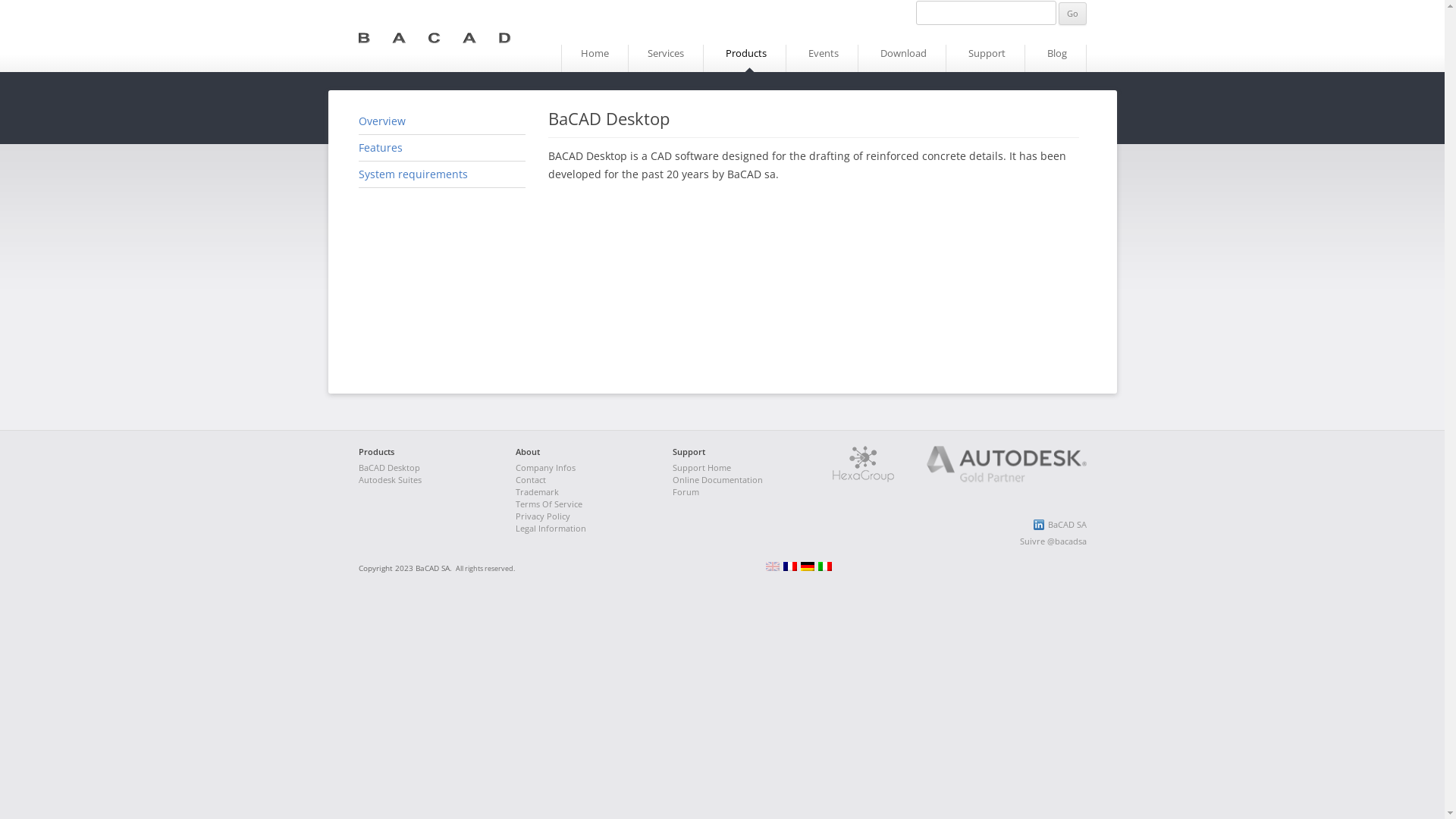  What do you see at coordinates (537, 491) in the screenshot?
I see `'Trademark'` at bounding box center [537, 491].